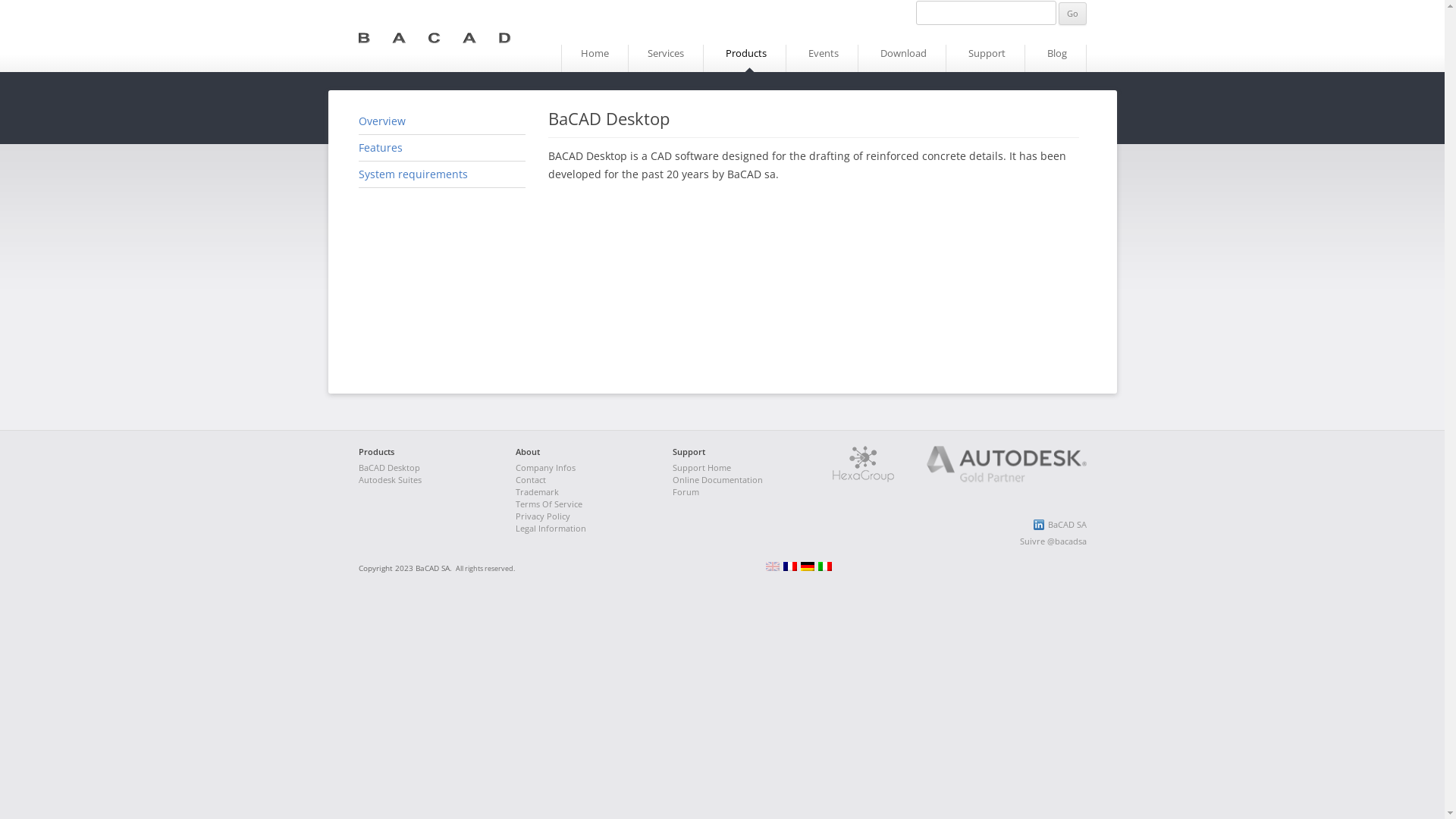  What do you see at coordinates (537, 491) in the screenshot?
I see `'Trademark'` at bounding box center [537, 491].